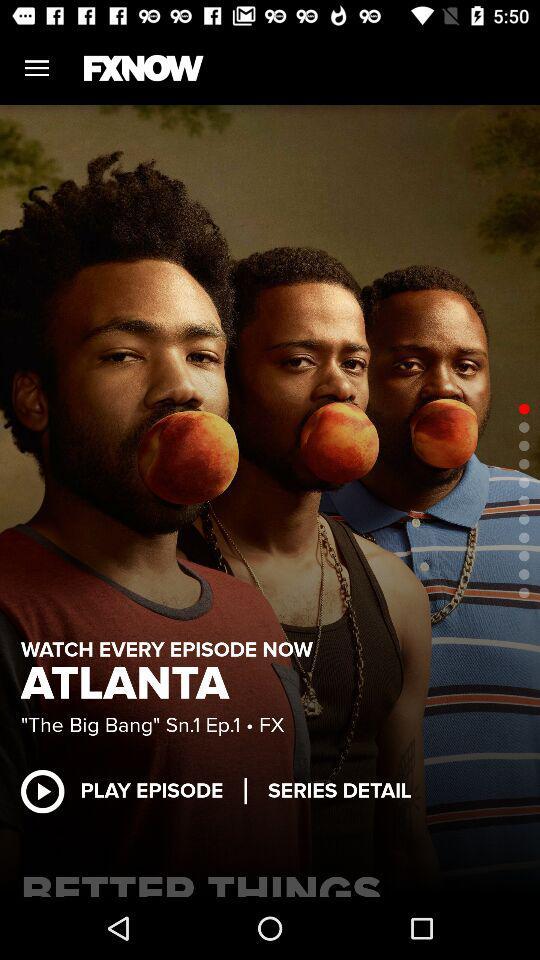  Describe the element at coordinates (132, 791) in the screenshot. I see `the icon below the big bang icon` at that location.